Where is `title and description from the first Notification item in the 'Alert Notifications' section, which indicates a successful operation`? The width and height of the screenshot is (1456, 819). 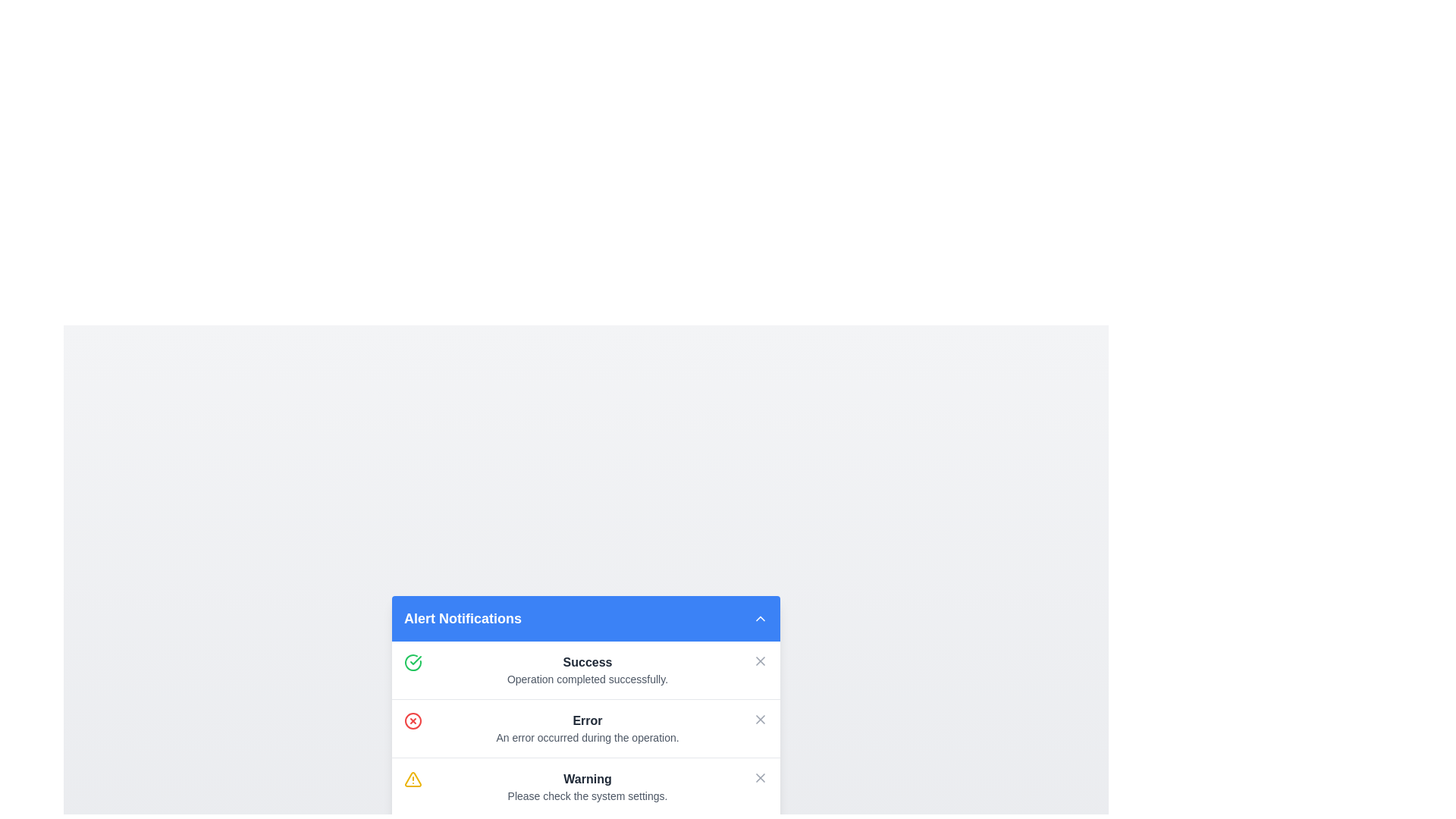 title and description from the first Notification item in the 'Alert Notifications' section, which indicates a successful operation is located at coordinates (586, 669).